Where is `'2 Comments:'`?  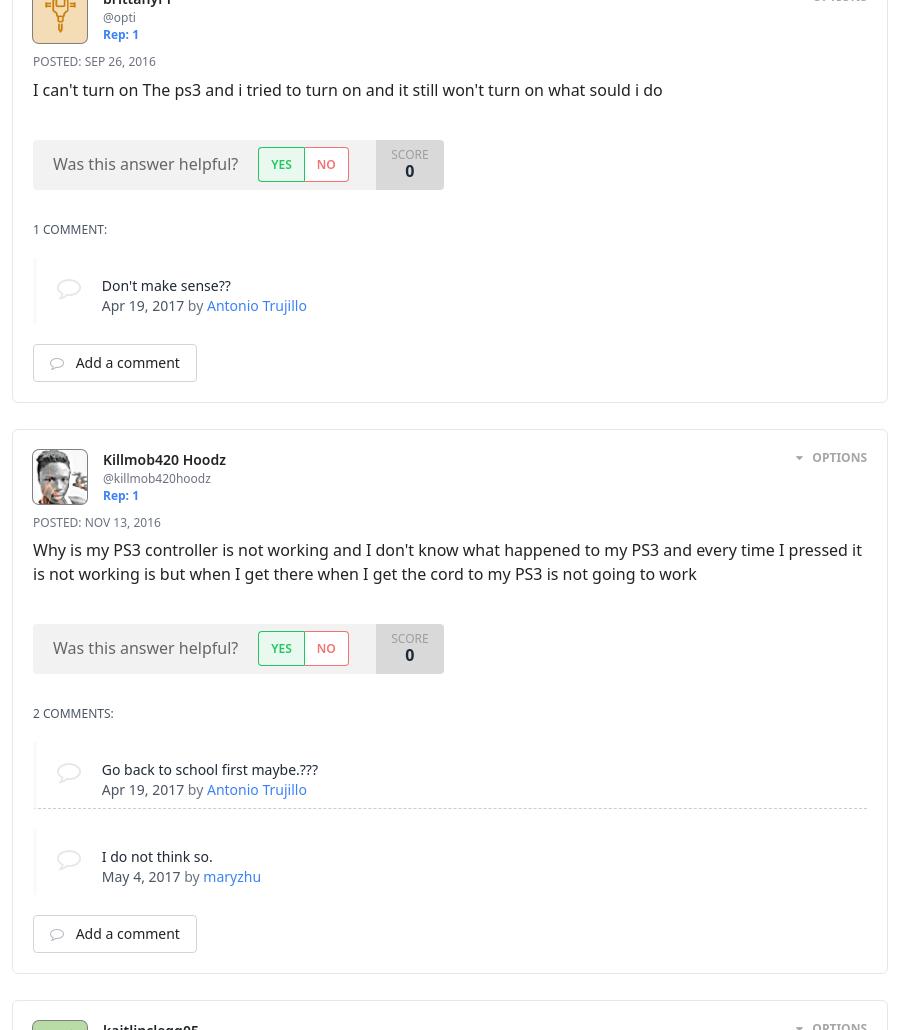
'2 Comments:' is located at coordinates (71, 713).